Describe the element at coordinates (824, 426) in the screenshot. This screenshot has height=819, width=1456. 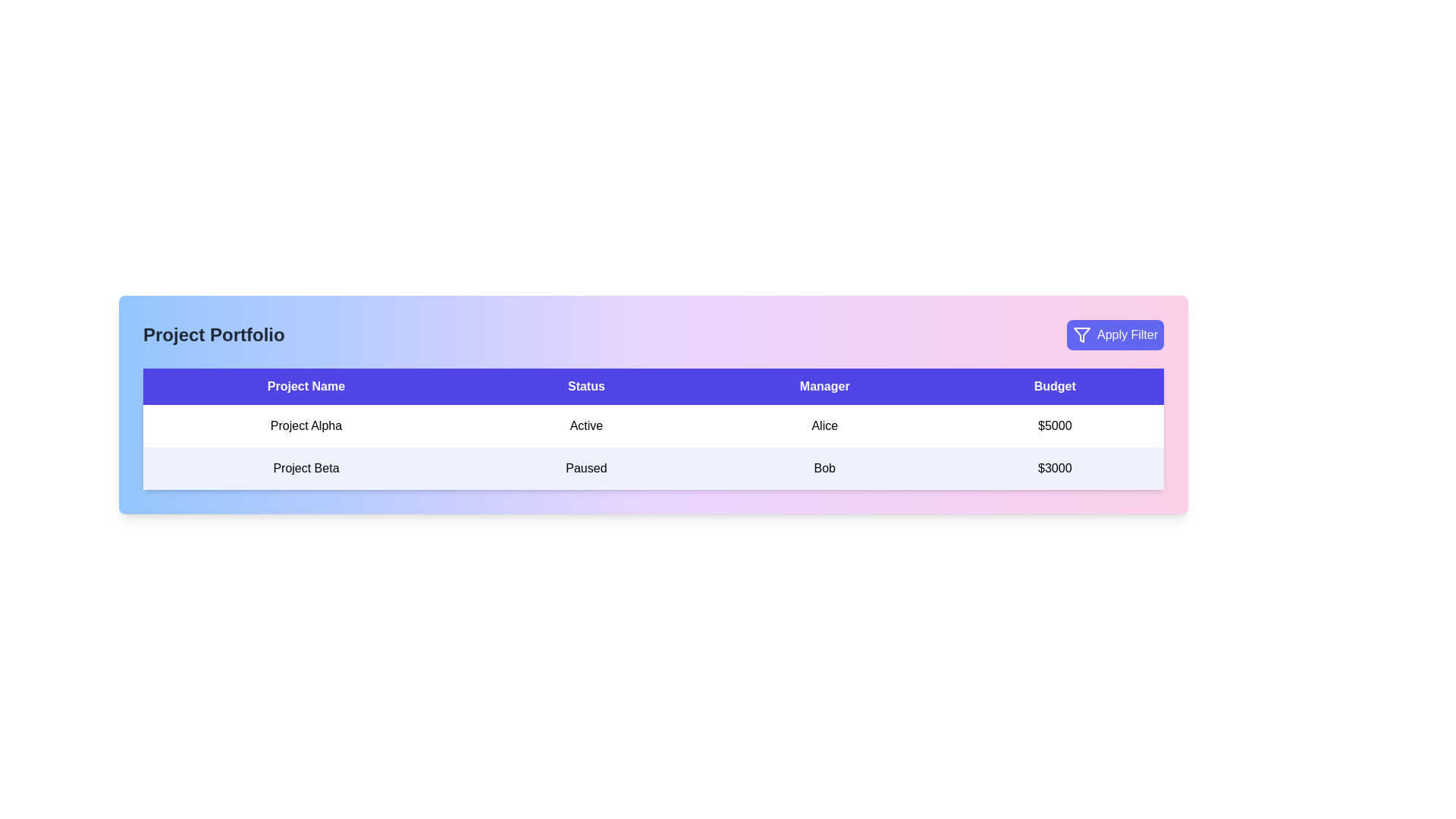
I see `the non-interactive text label displaying the manager's name located in the third column of the first row in the data table` at that location.